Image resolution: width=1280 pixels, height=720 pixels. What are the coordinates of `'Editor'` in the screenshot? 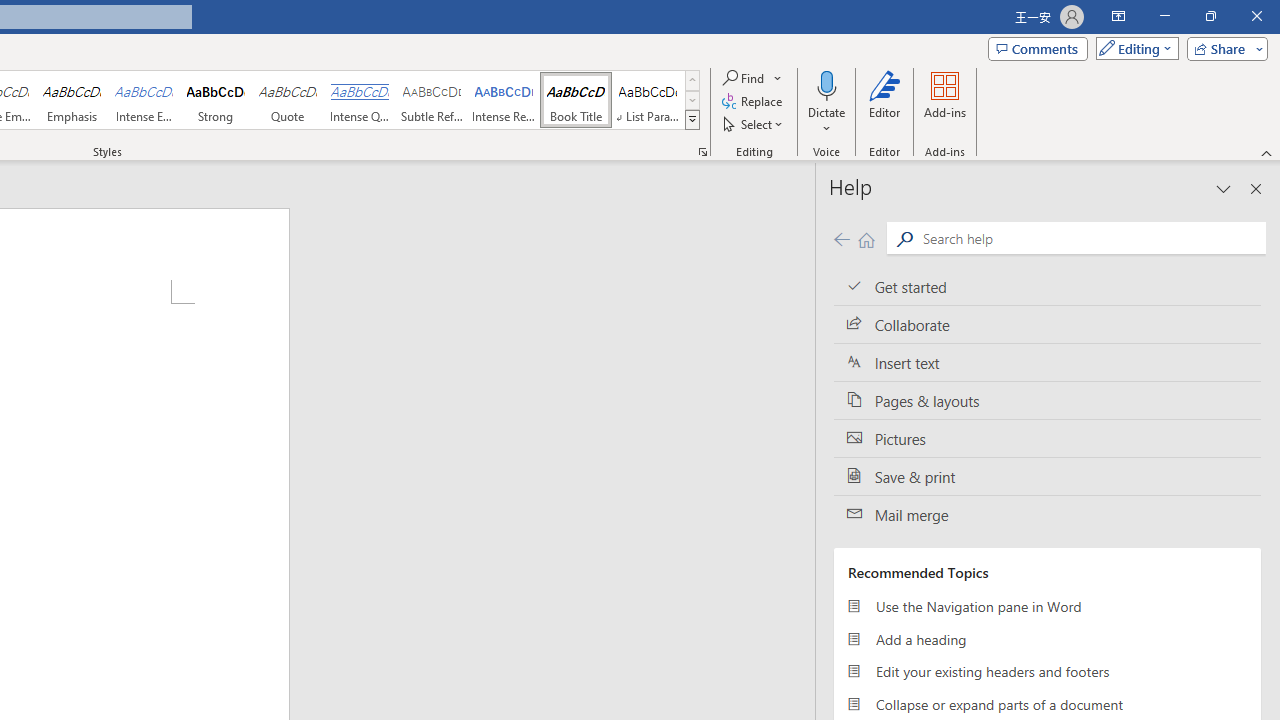 It's located at (884, 103).